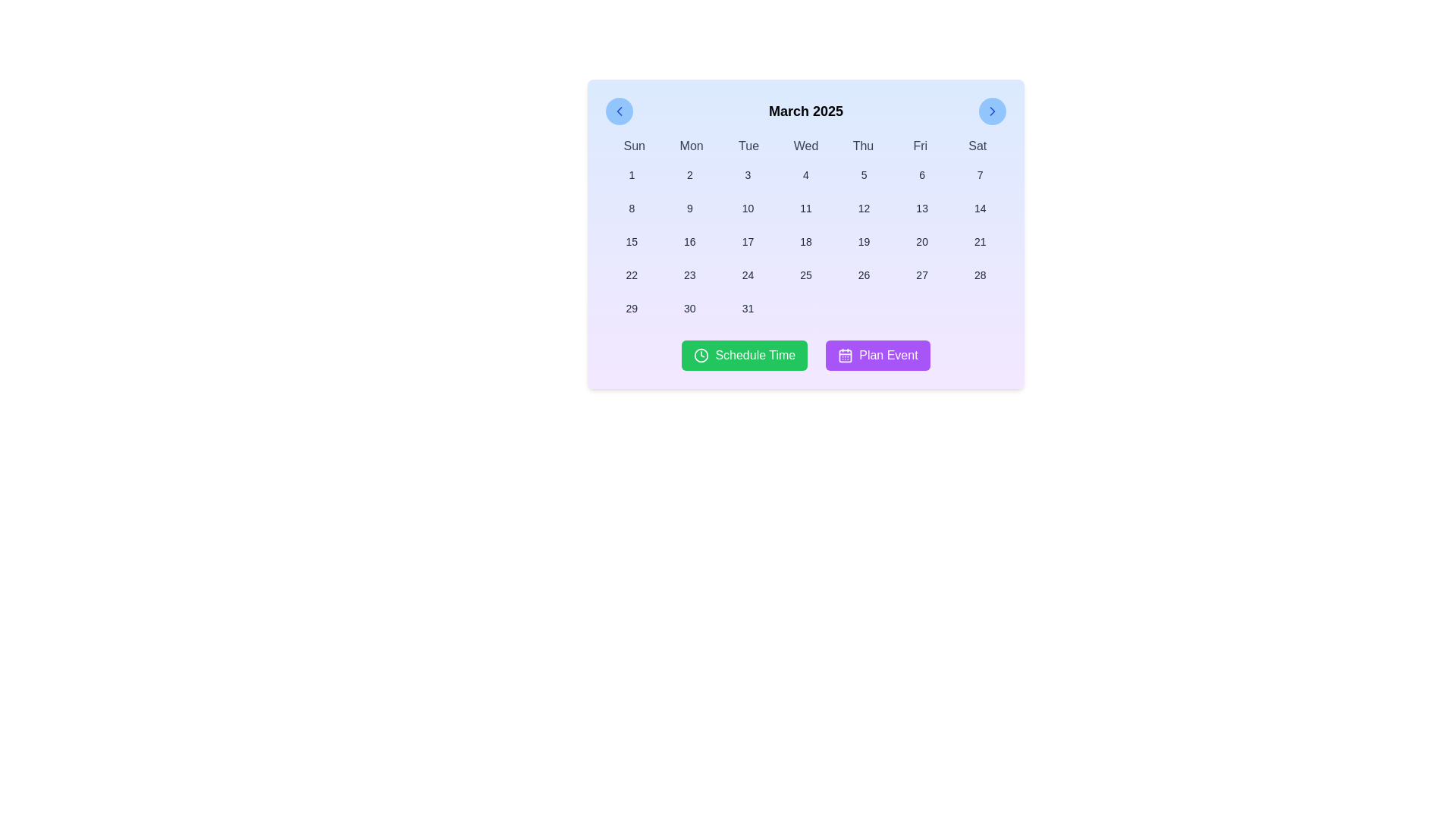 The width and height of the screenshot is (1456, 819). Describe the element at coordinates (632, 275) in the screenshot. I see `the calendar date cell displaying '22' with a light purple background and dark gray text` at that location.